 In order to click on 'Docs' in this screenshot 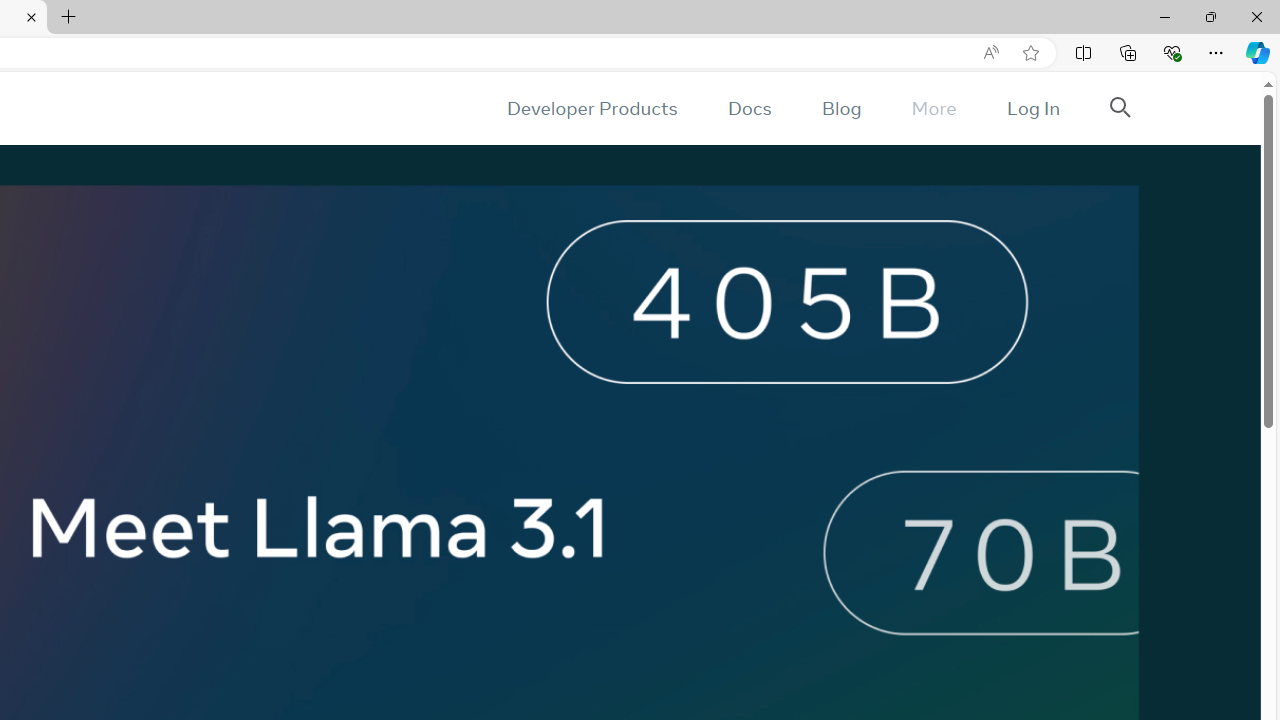, I will do `click(748, 108)`.